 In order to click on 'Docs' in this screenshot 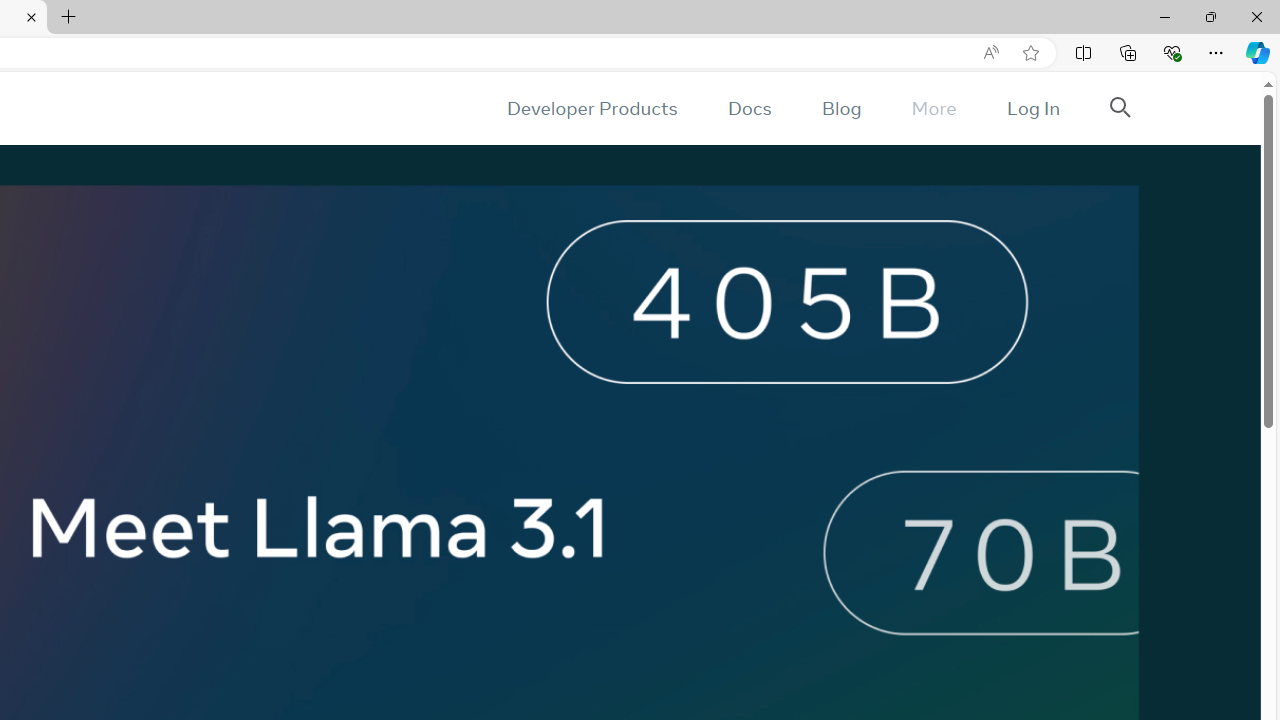, I will do `click(748, 108)`.